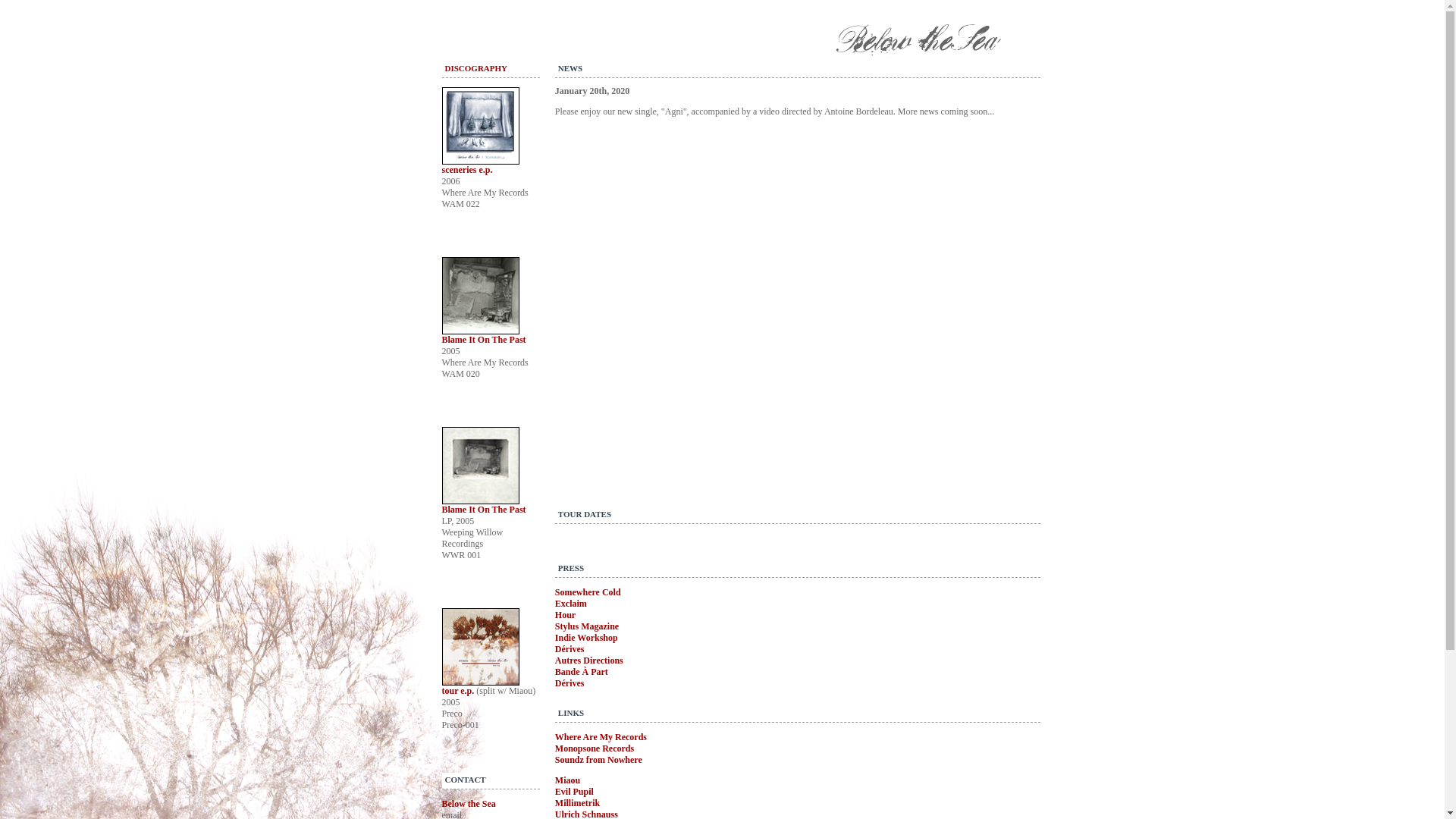 This screenshot has width=1456, height=819. What do you see at coordinates (564, 614) in the screenshot?
I see `'Hour'` at bounding box center [564, 614].